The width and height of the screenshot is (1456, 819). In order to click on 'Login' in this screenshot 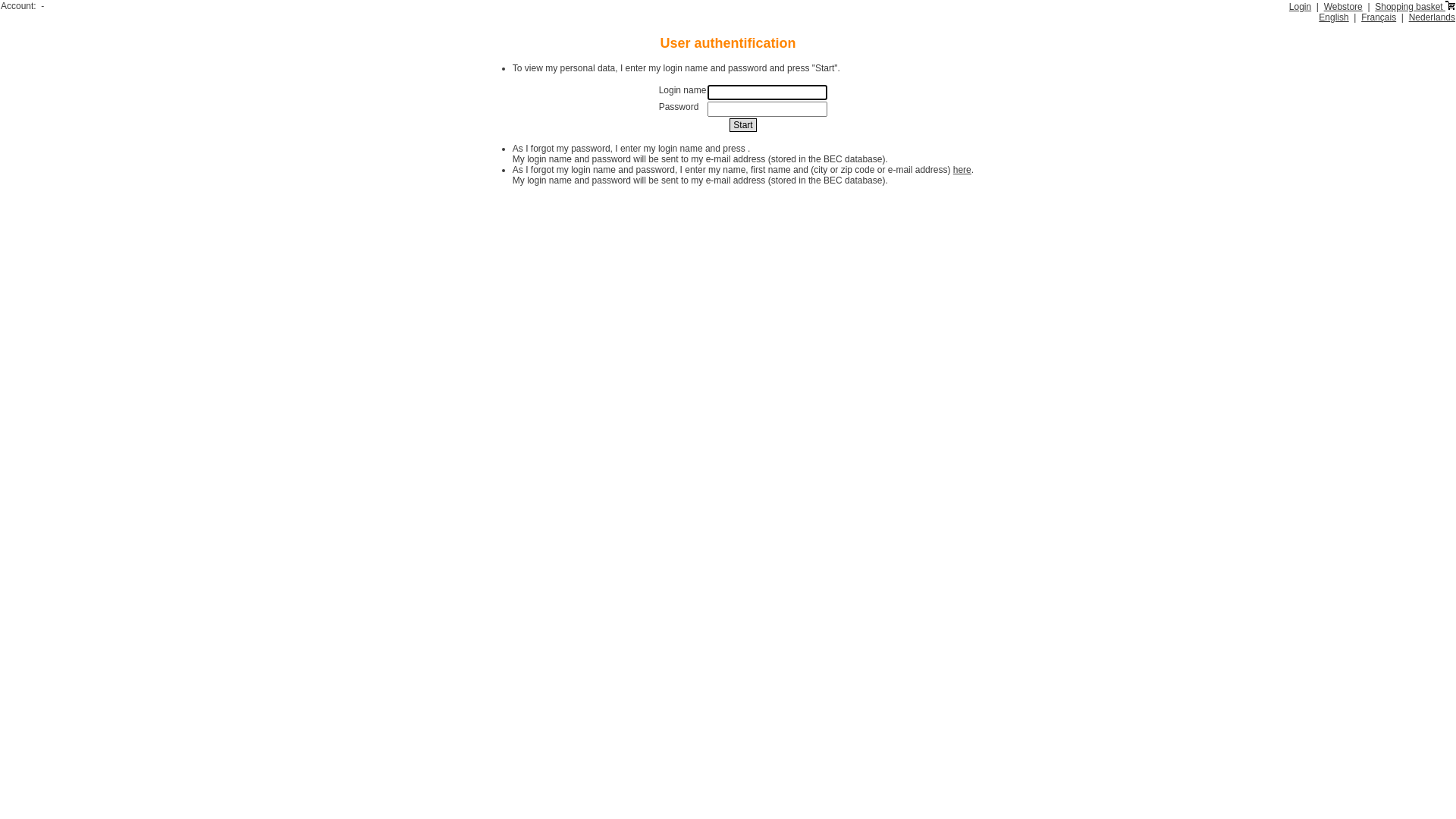, I will do `click(1299, 6)`.